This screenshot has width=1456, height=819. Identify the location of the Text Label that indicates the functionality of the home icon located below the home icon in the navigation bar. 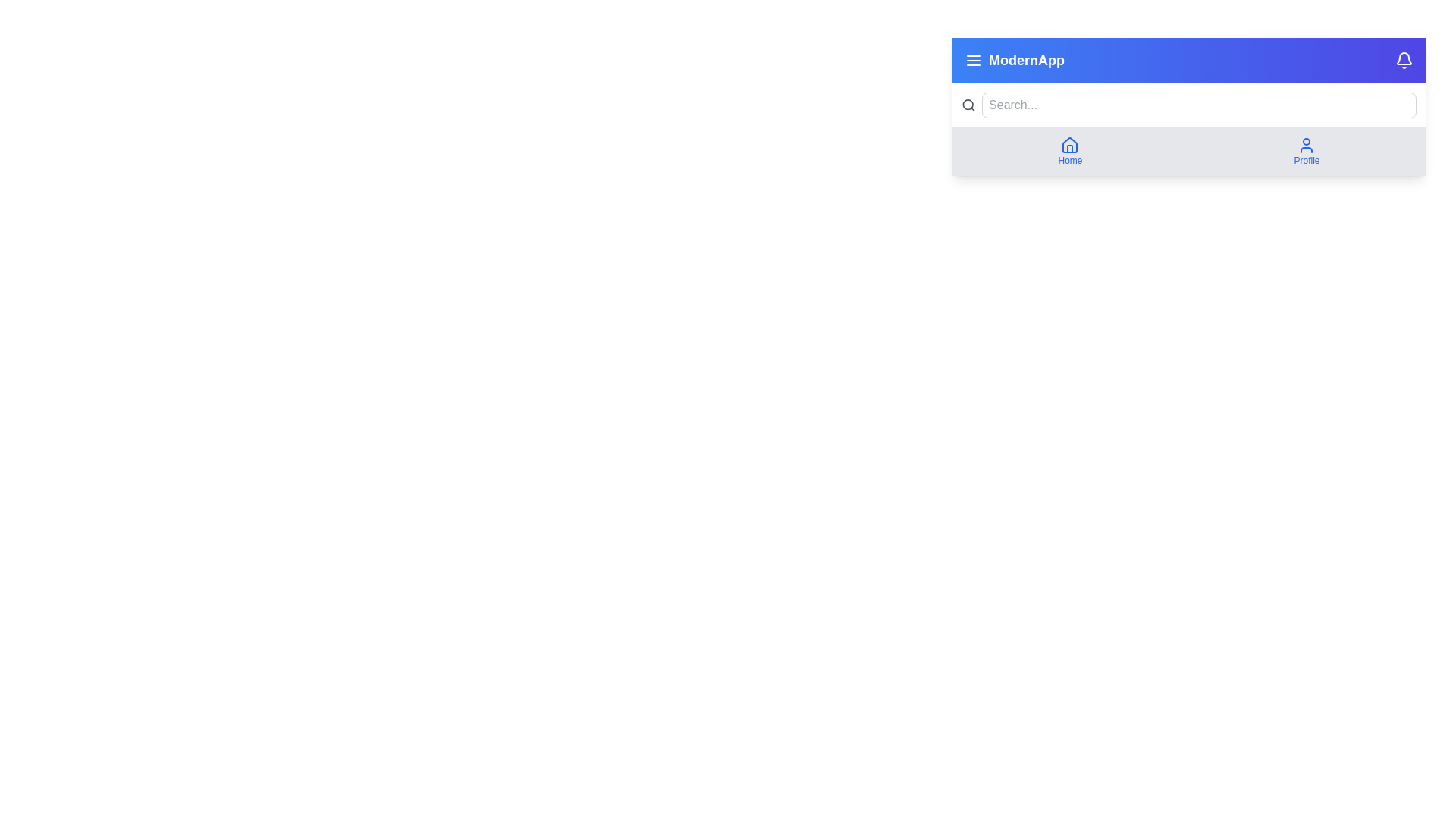
(1069, 161).